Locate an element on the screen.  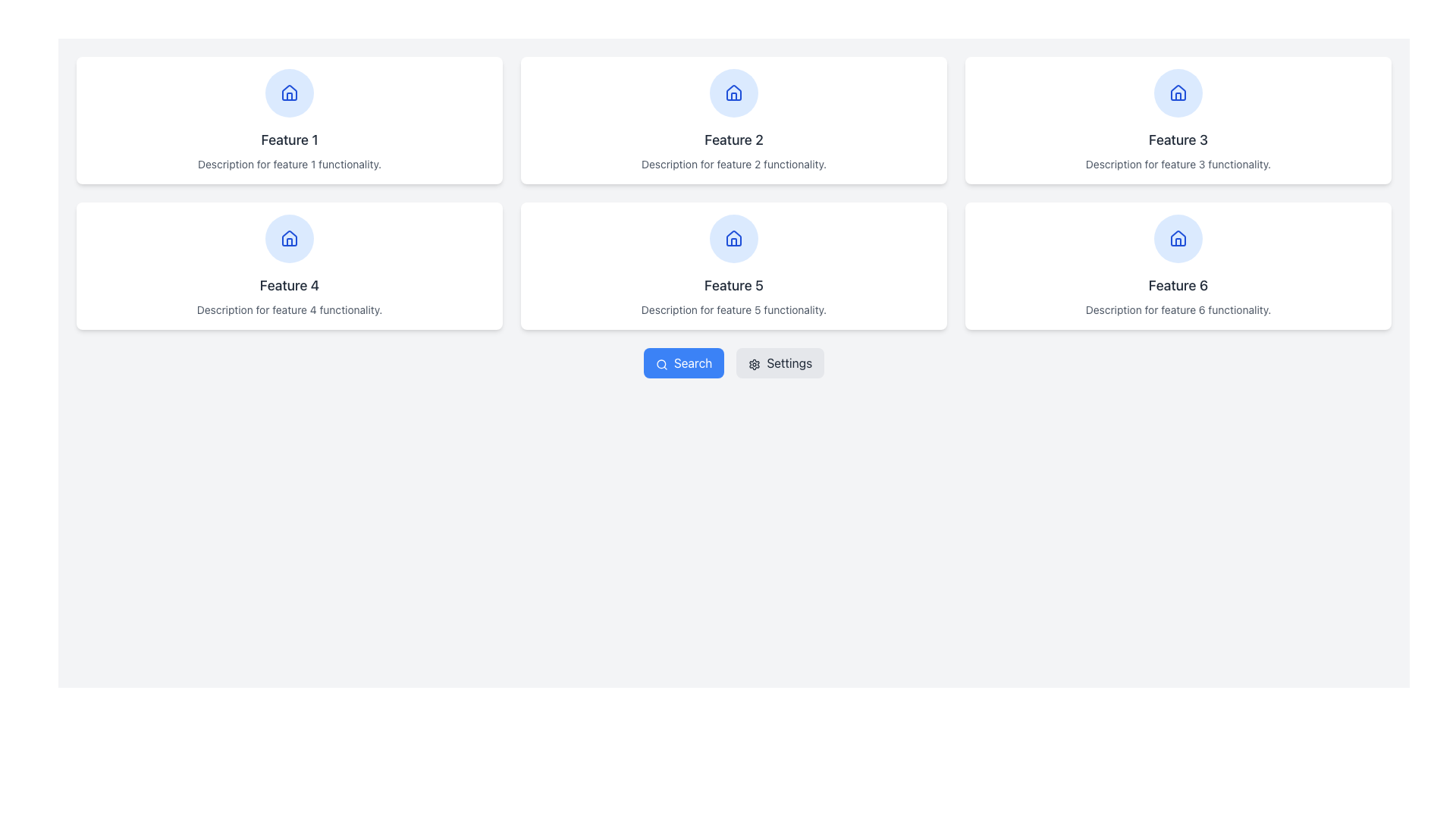
the red house roof icon located above the 'Feature 3' label, which is centered in the third icon row is located at coordinates (1178, 93).